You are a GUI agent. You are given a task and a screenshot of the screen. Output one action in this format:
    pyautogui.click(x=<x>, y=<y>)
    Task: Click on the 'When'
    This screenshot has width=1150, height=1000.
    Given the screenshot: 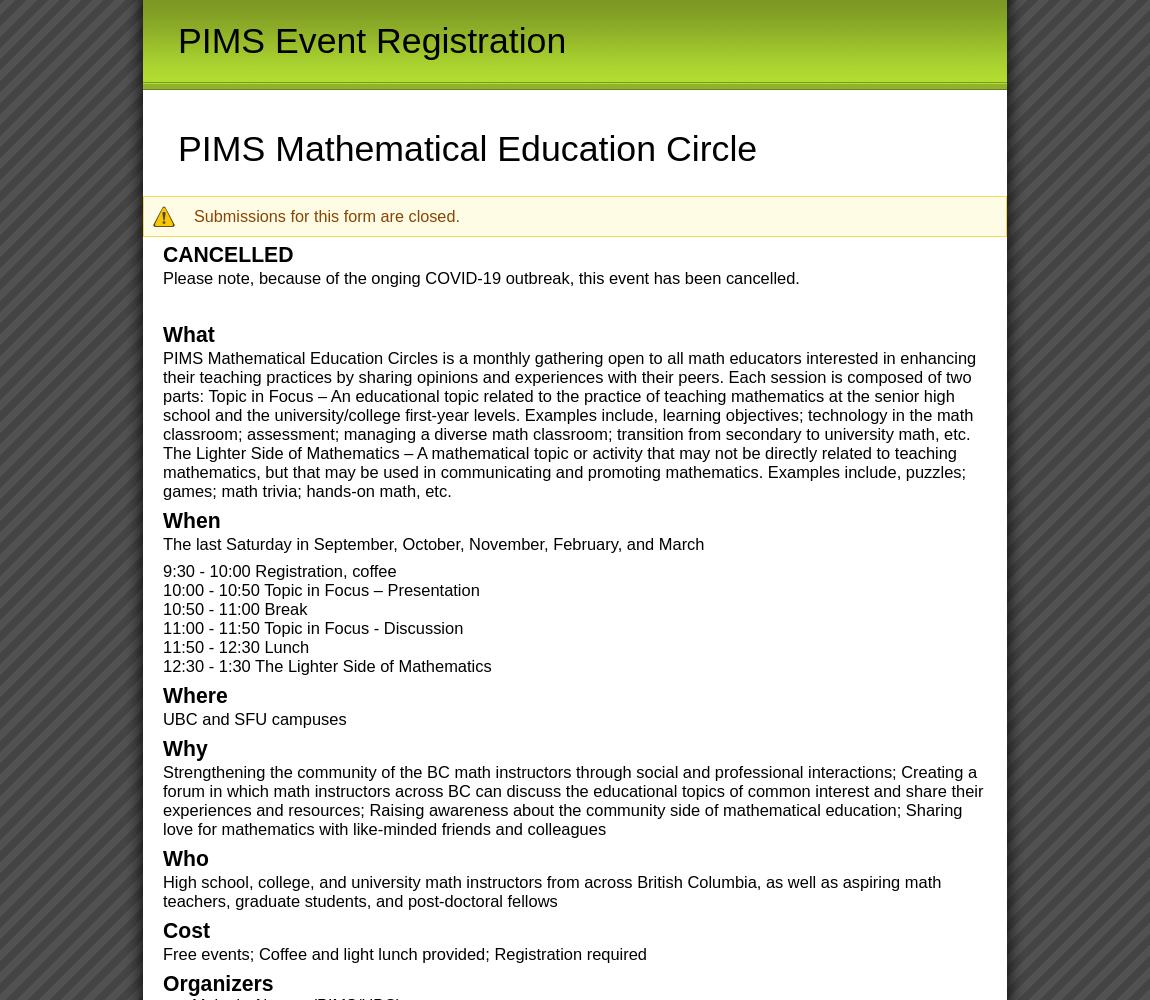 What is the action you would take?
    pyautogui.click(x=190, y=520)
    